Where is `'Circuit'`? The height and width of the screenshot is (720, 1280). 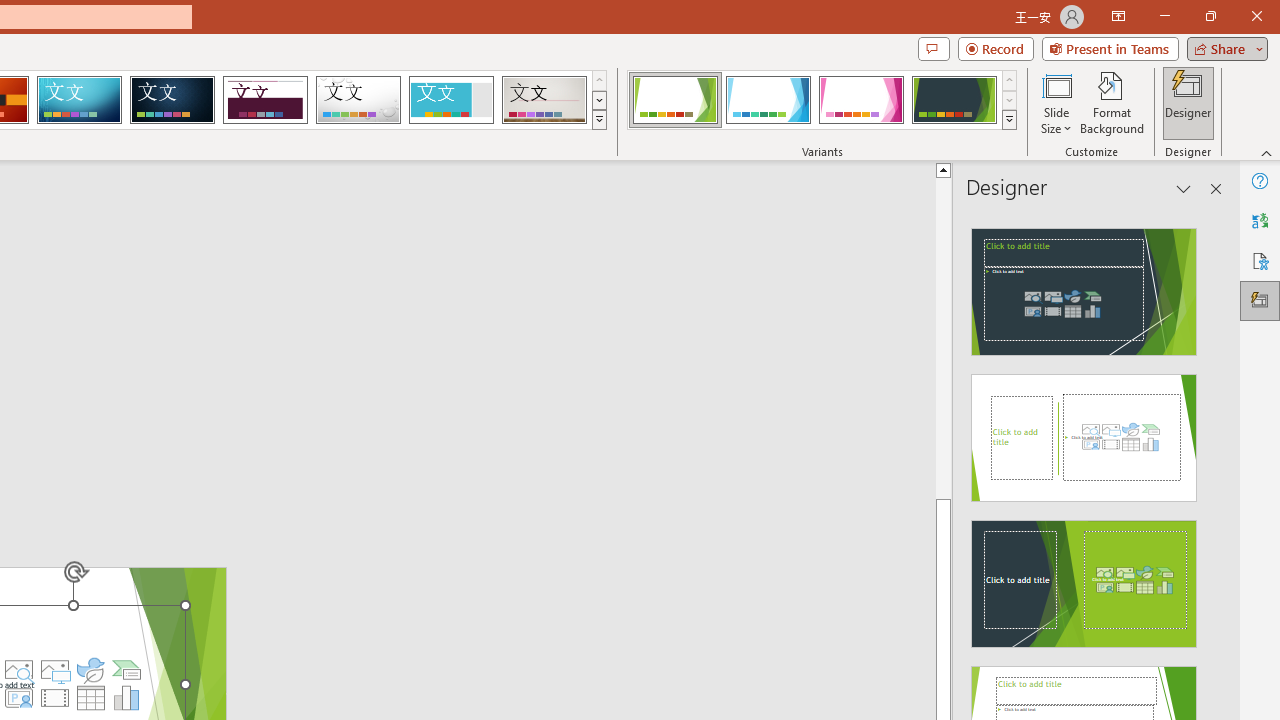 'Circuit' is located at coordinates (79, 100).